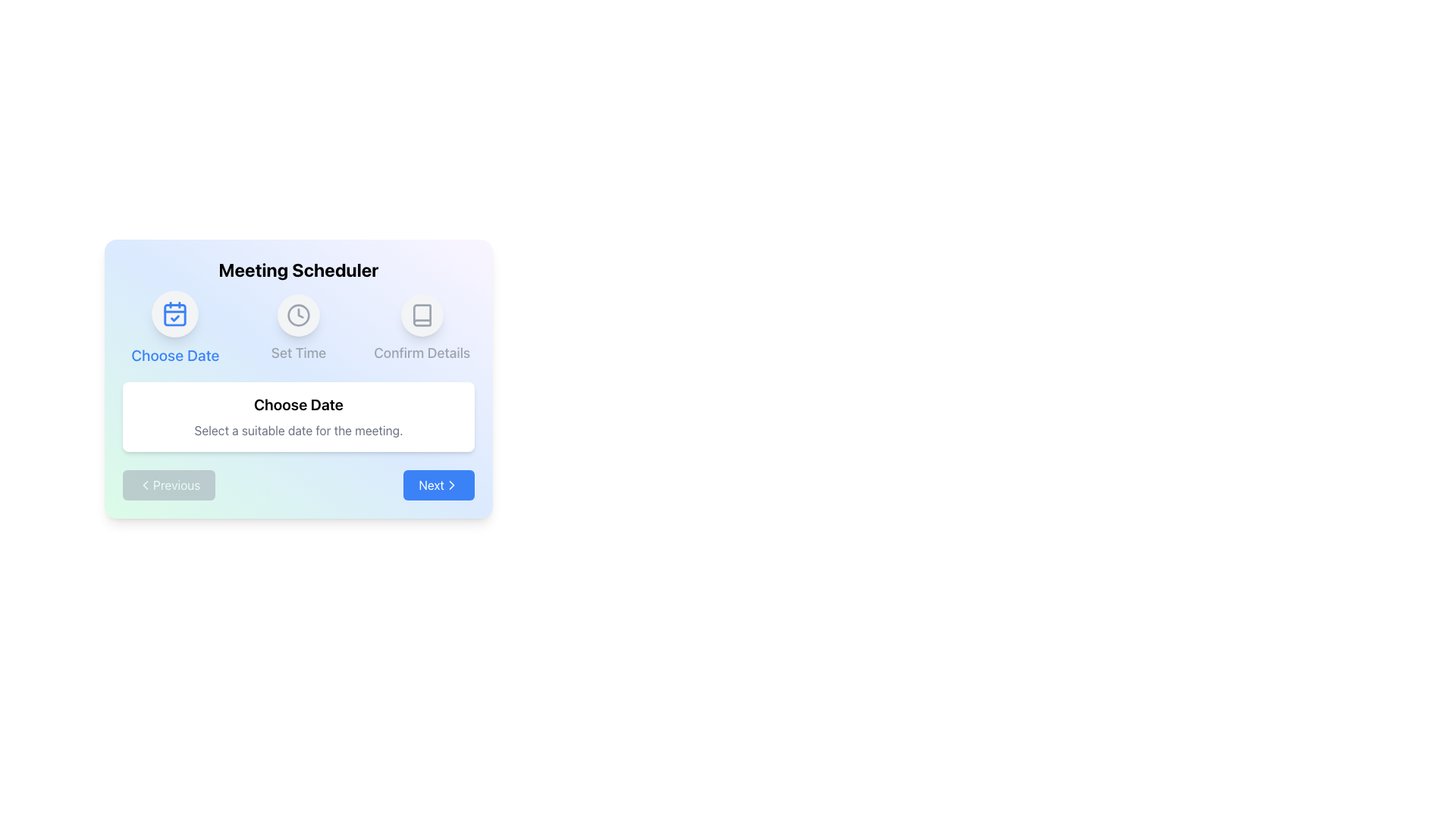  What do you see at coordinates (422, 315) in the screenshot?
I see `the circular icon with a light gray background and a book-like symbol, located at the top-right of the 'Confirm Details' section` at bounding box center [422, 315].